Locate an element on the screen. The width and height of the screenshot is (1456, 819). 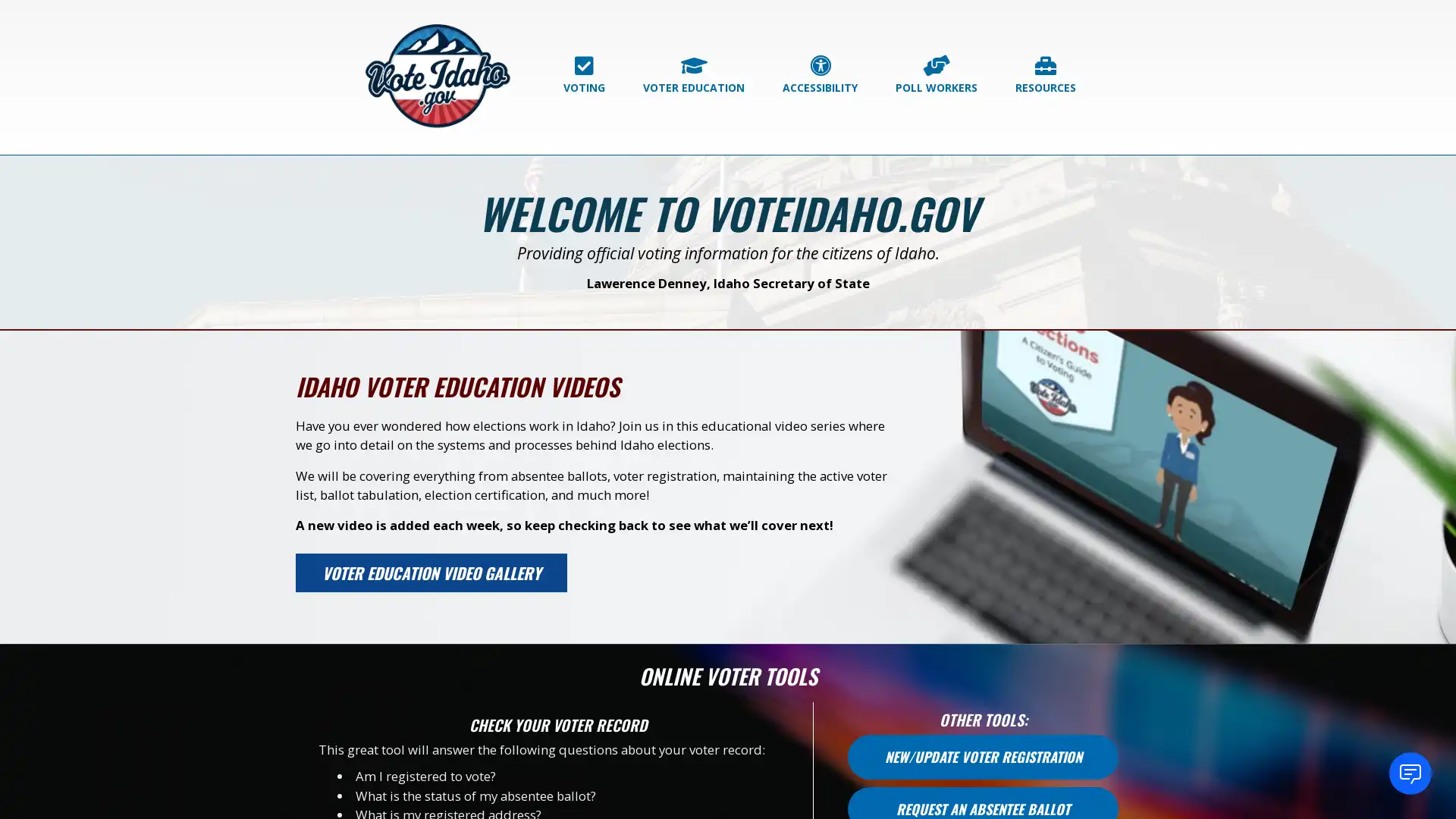
NEW/UPDATE VOTER REGISTRATION is located at coordinates (983, 757).